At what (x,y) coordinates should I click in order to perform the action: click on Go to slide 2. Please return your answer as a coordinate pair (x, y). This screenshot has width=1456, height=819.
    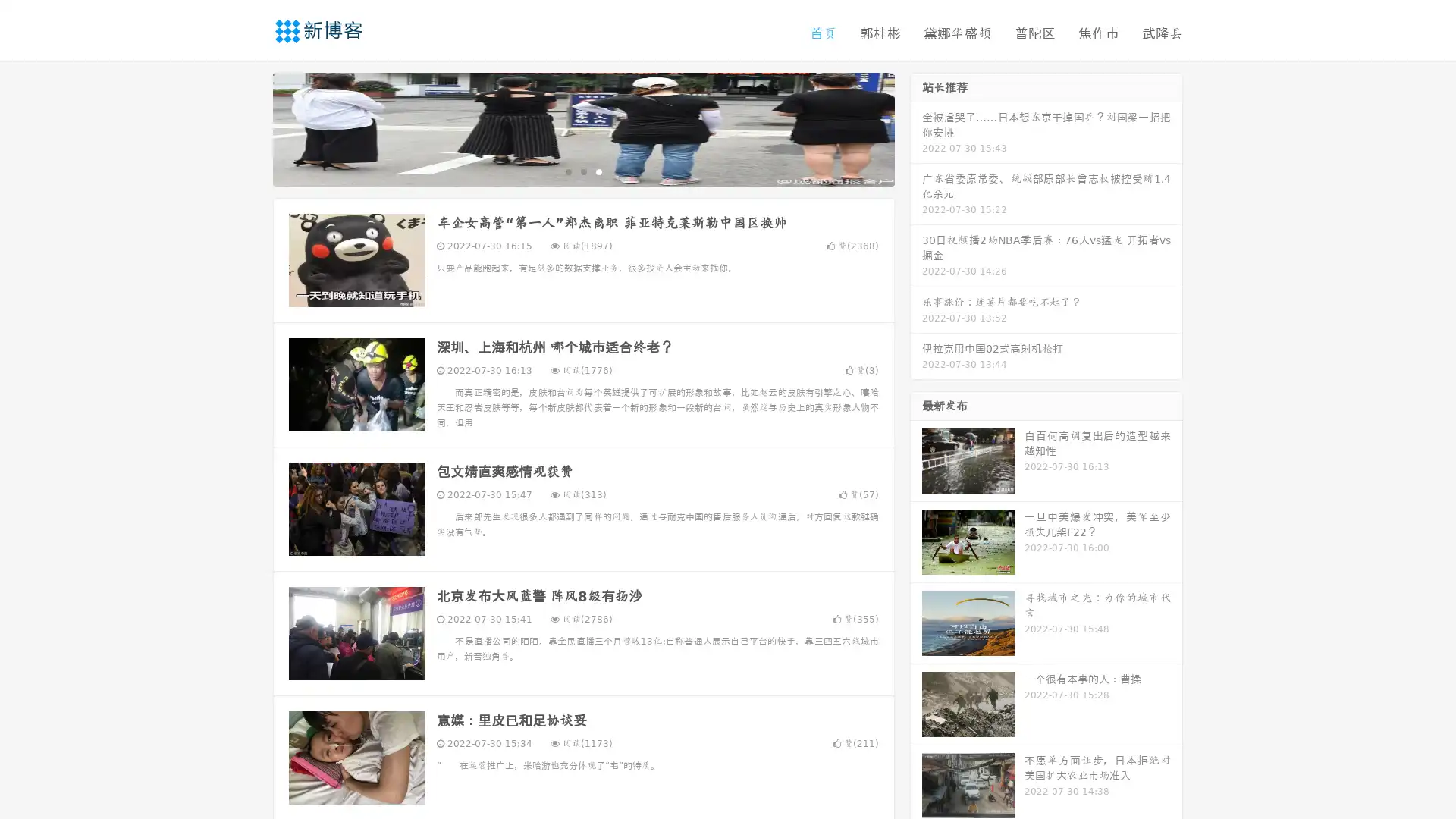
    Looking at the image, I should click on (582, 171).